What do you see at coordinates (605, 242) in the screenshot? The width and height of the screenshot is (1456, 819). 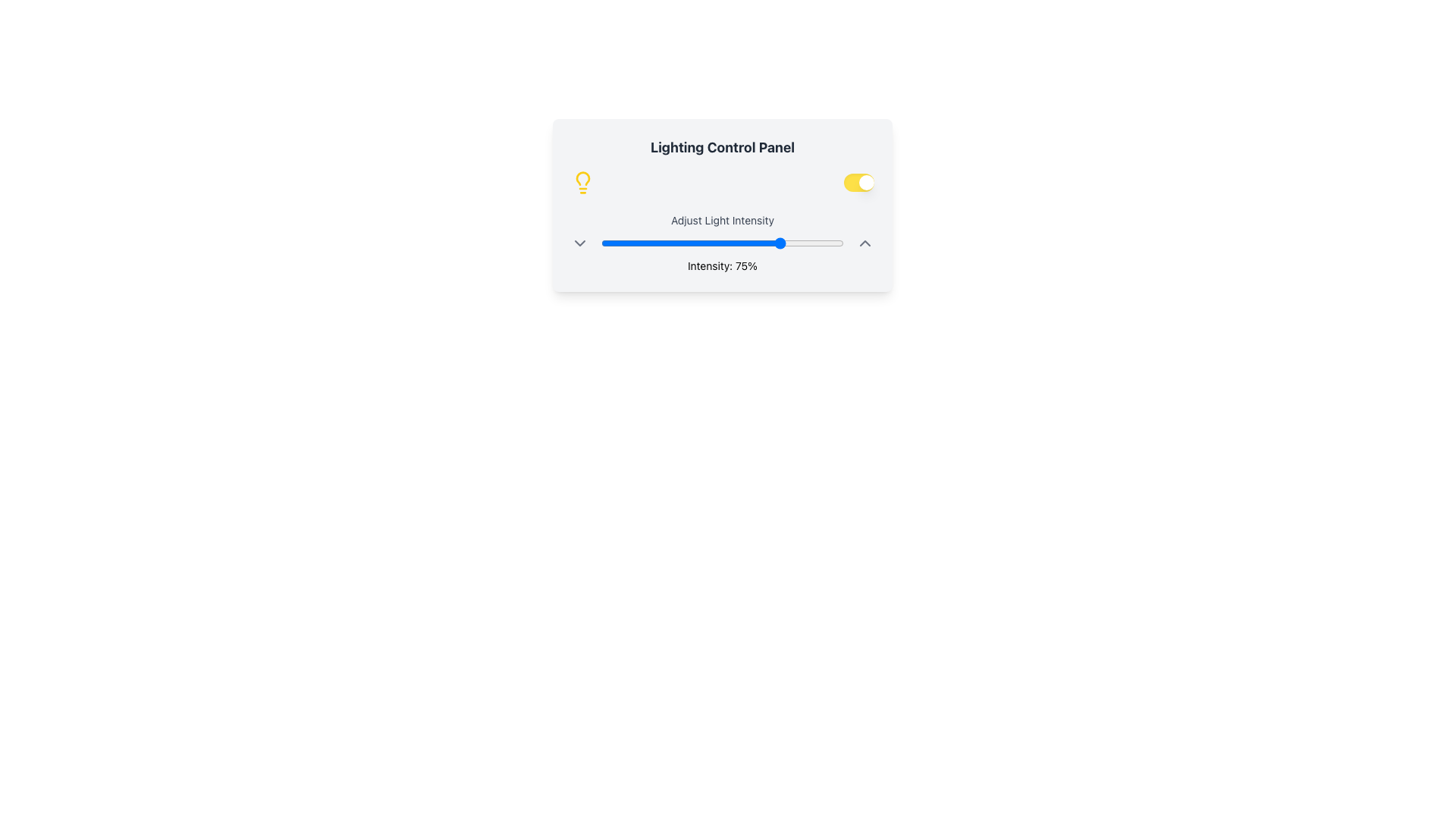 I see `the light intensity` at bounding box center [605, 242].